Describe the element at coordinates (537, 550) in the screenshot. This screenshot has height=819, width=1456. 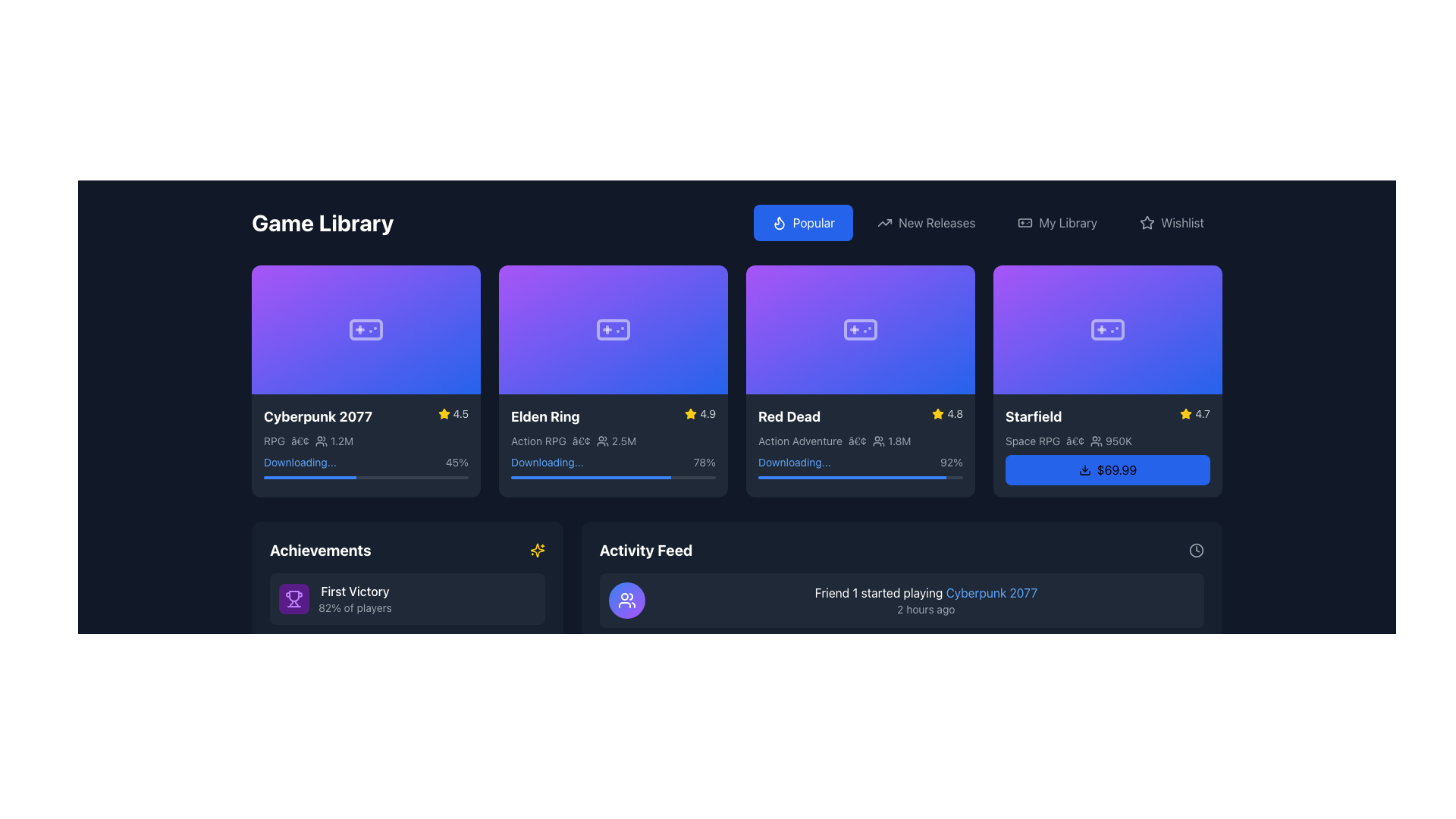
I see `the star-shaped icon representing achievements located to the right of the 'First Victory' achievement box in the 'Achievements' section` at that location.